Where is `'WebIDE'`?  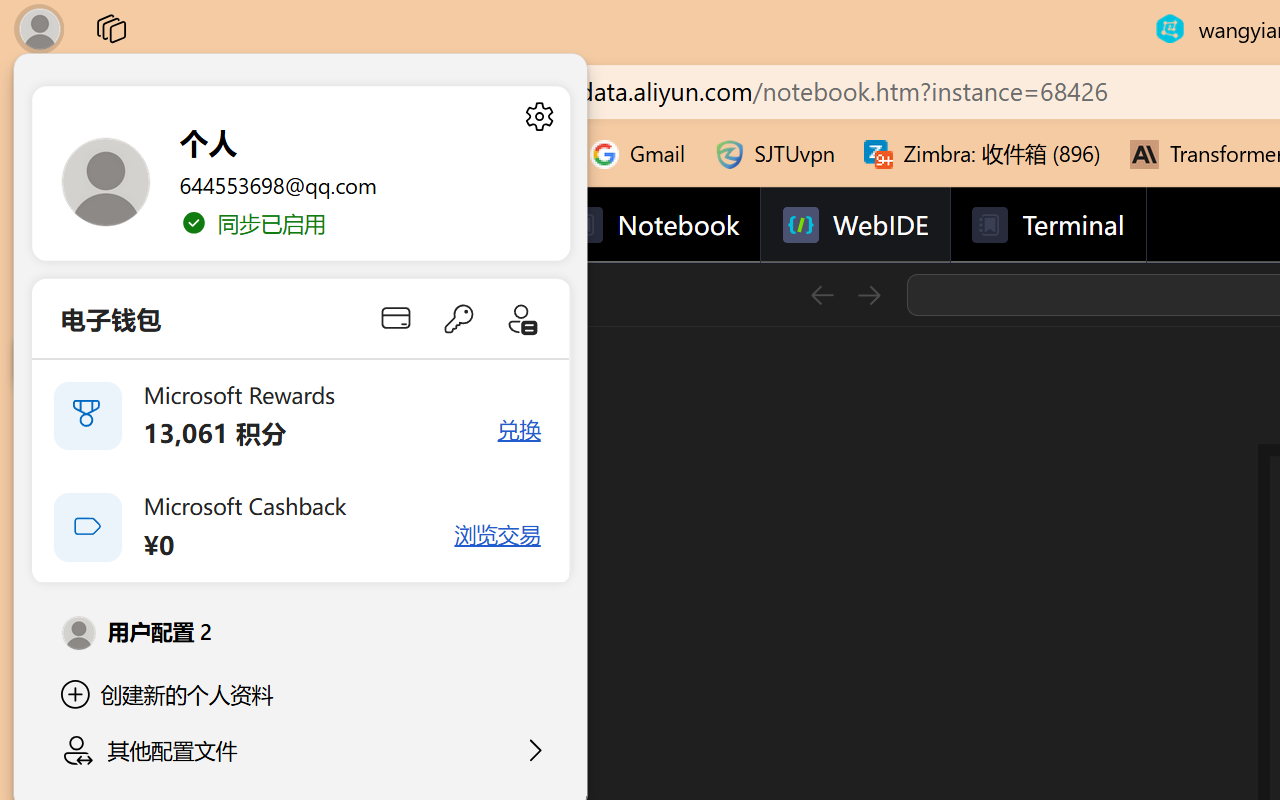
'WebIDE' is located at coordinates (855, 225).